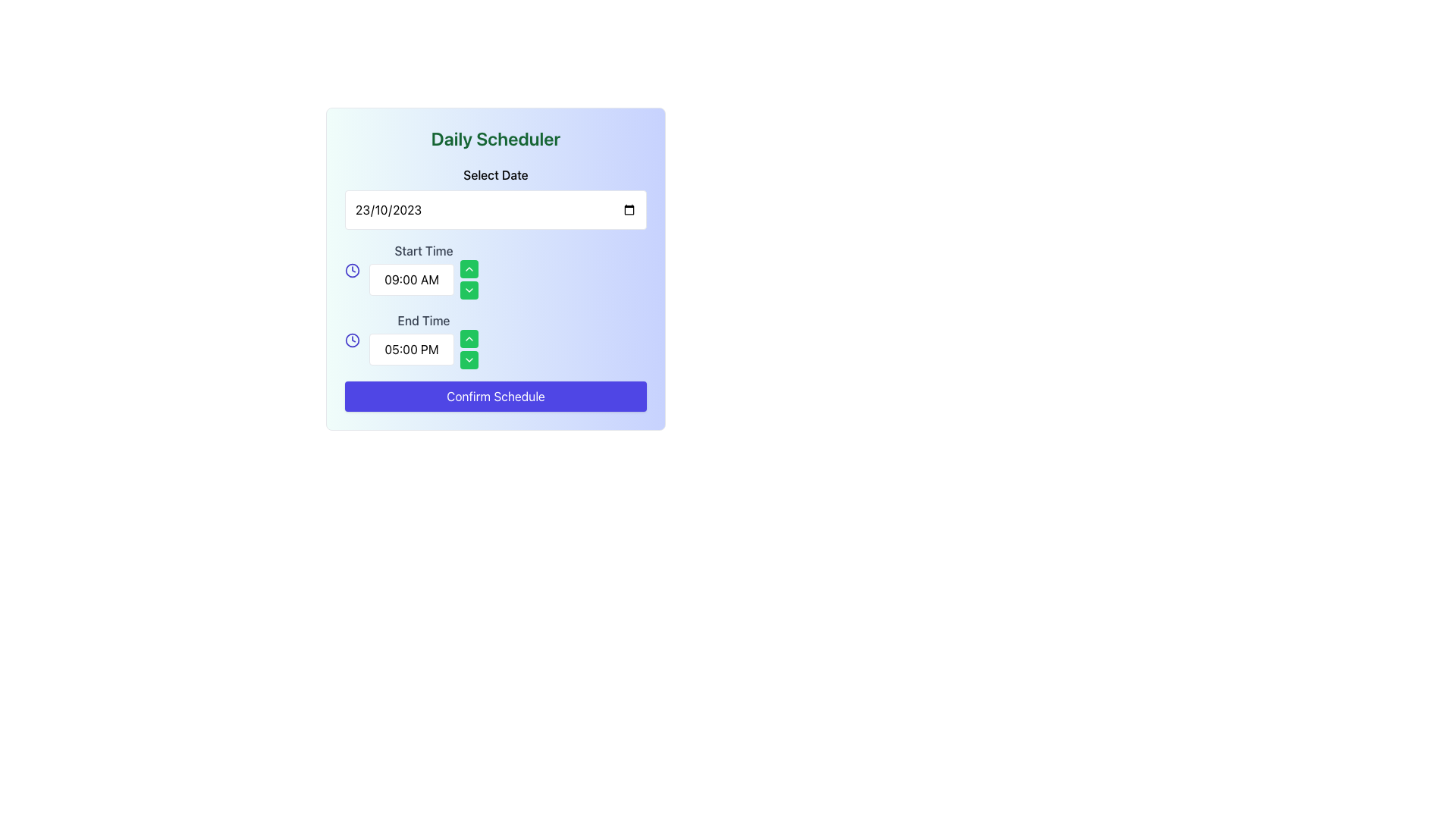  Describe the element at coordinates (423, 320) in the screenshot. I see `the 'End Time' label element, which is styled with medium font weight and gray color, located above the '05:00 PM' input field in the form interface` at that location.